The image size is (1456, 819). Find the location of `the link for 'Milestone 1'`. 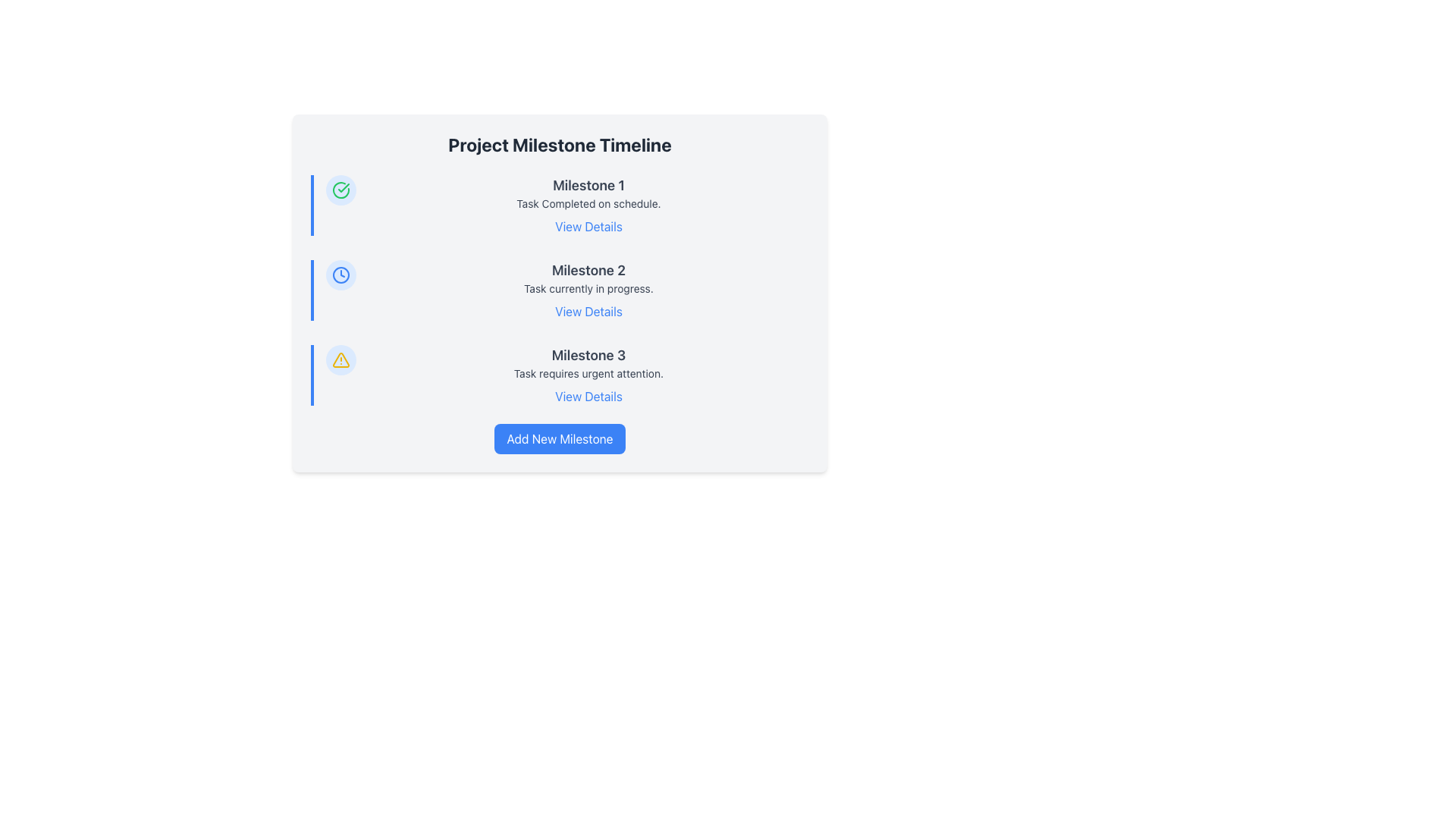

the link for 'Milestone 1' is located at coordinates (588, 227).